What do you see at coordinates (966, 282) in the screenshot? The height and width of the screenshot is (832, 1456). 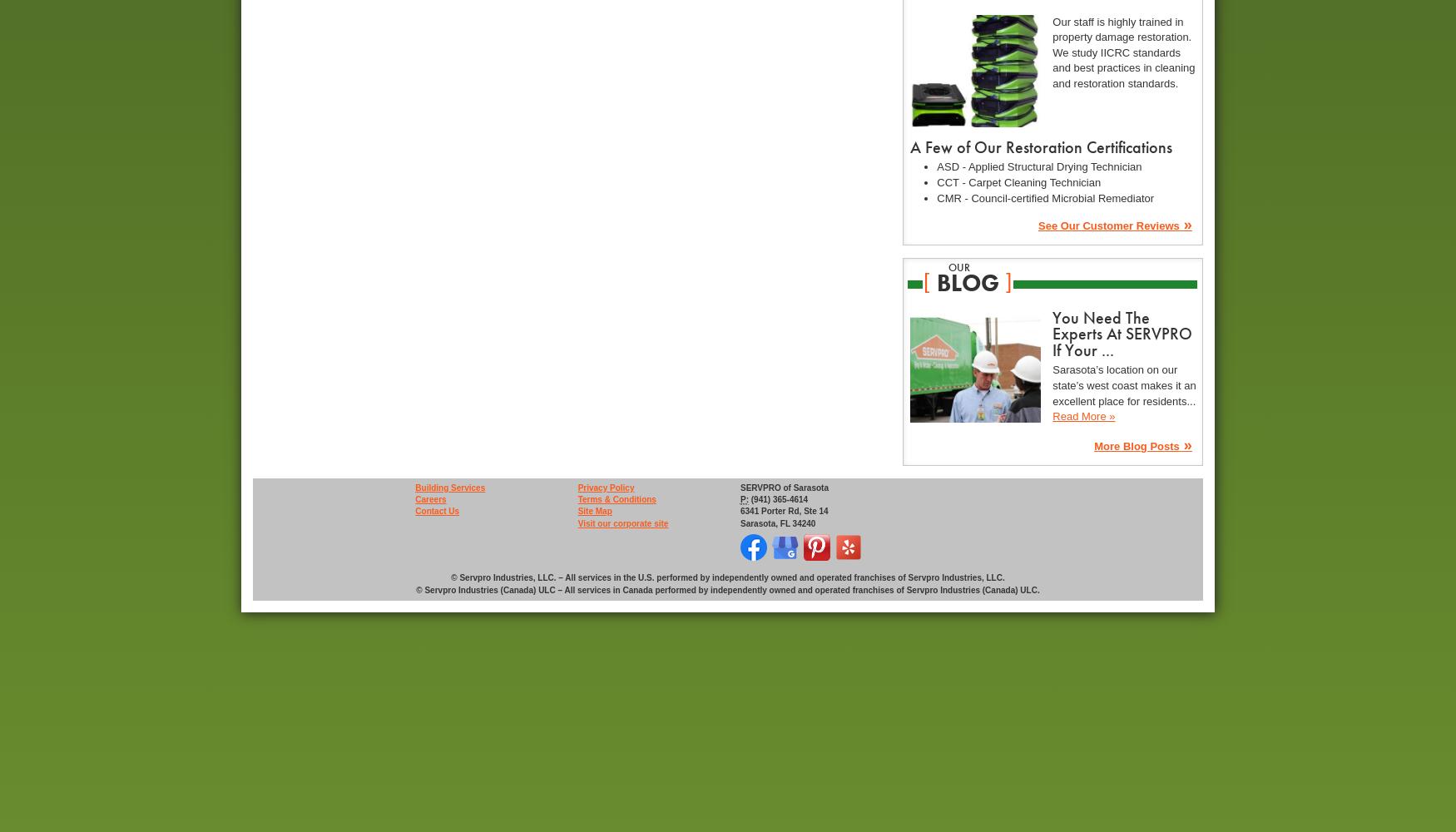 I see `'blog'` at bounding box center [966, 282].